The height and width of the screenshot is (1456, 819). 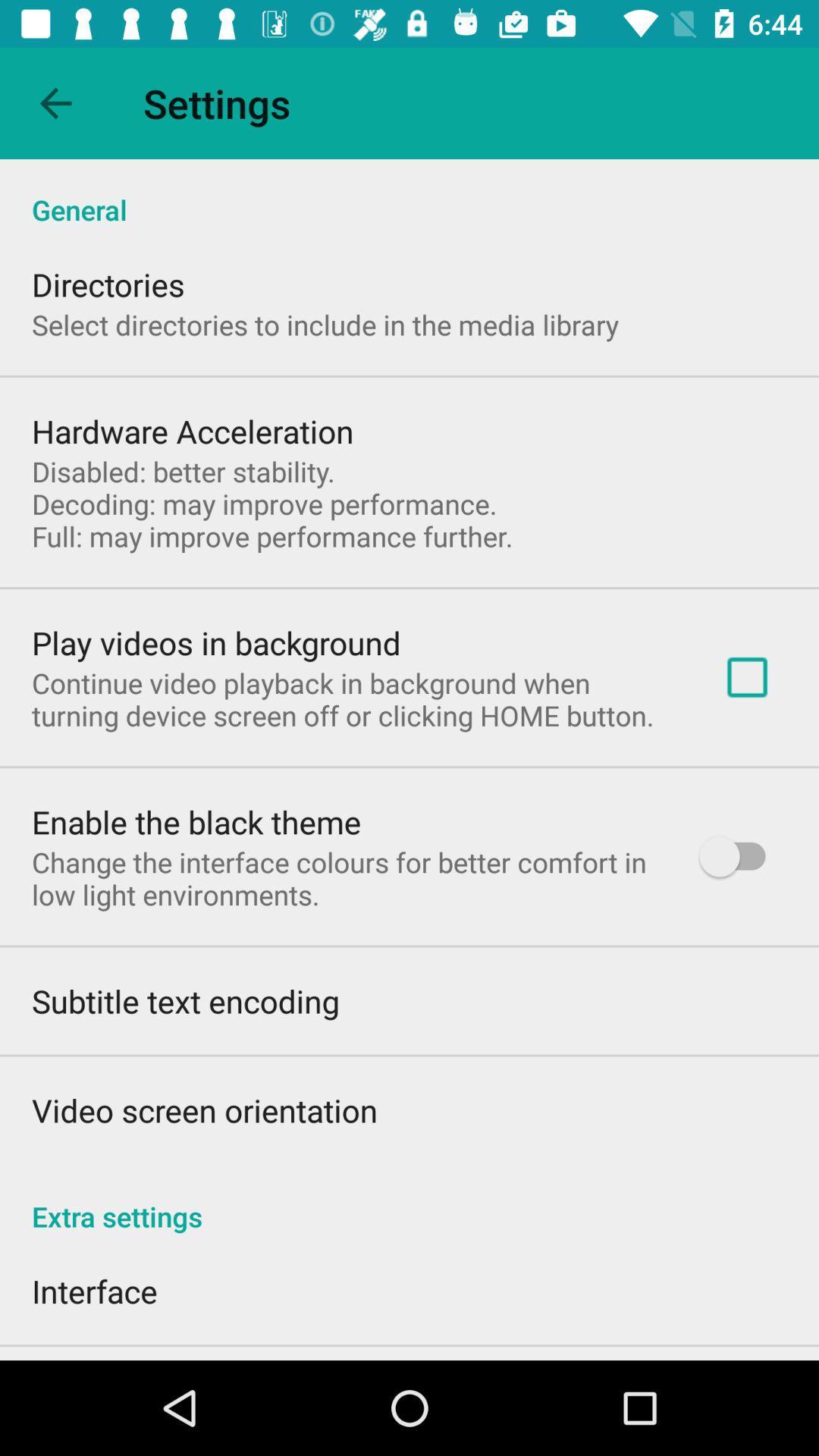 What do you see at coordinates (196, 821) in the screenshot?
I see `enable the black item` at bounding box center [196, 821].